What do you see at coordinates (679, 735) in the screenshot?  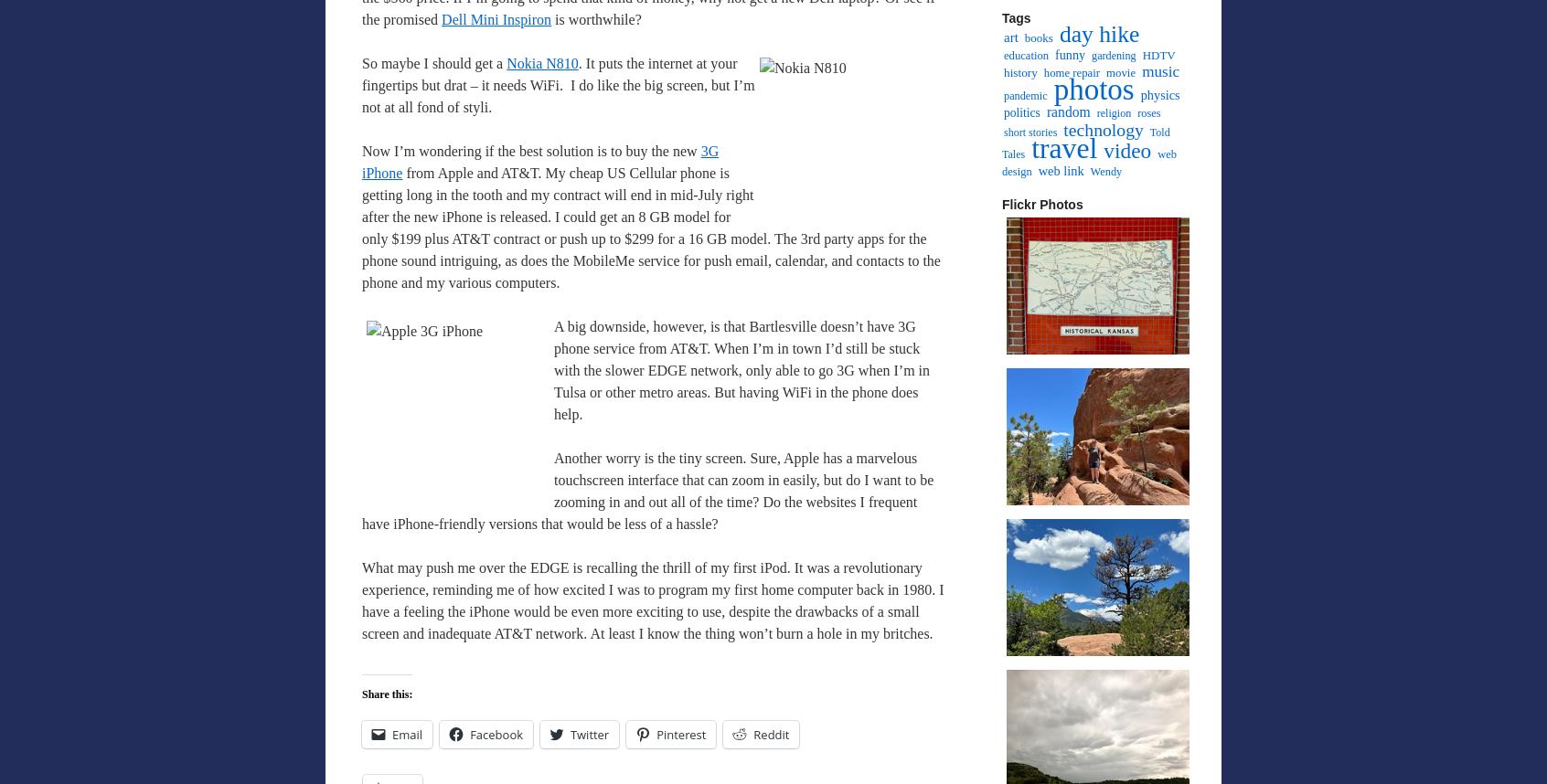 I see `'Pinterest'` at bounding box center [679, 735].